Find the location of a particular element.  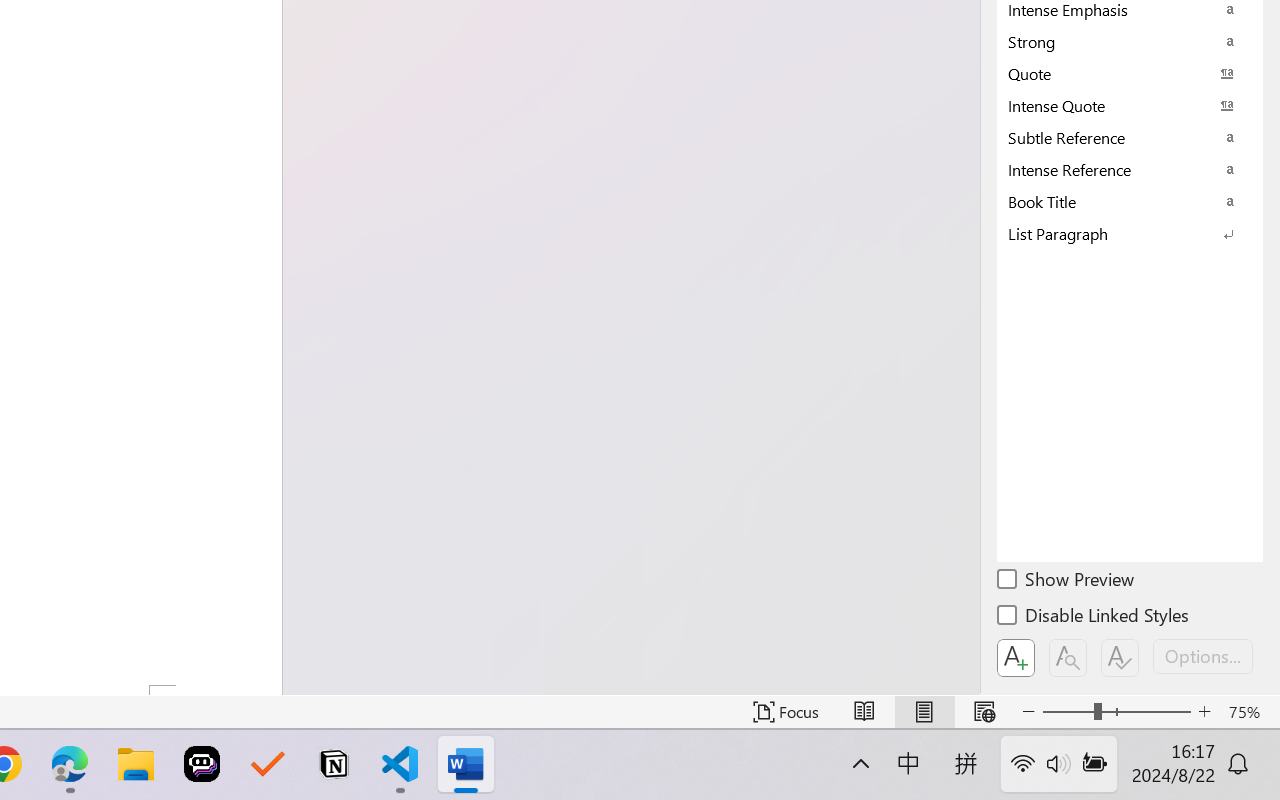

'Intense Reference' is located at coordinates (1130, 168).